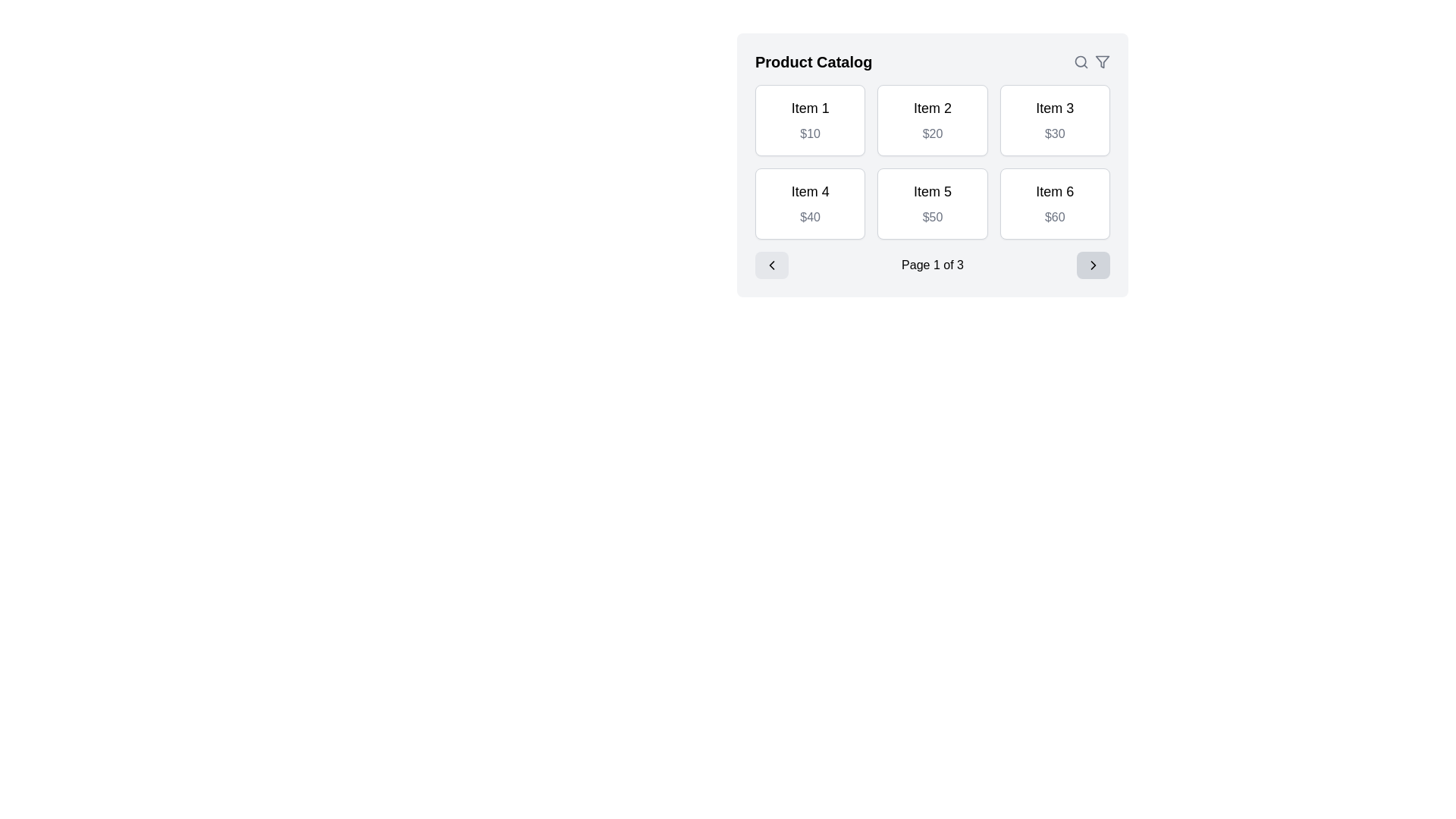 This screenshot has width=1456, height=819. I want to click on the static price label displaying '$60' for 'Item 6' located in the bottom-right grid cell of the interface, so click(1054, 217).